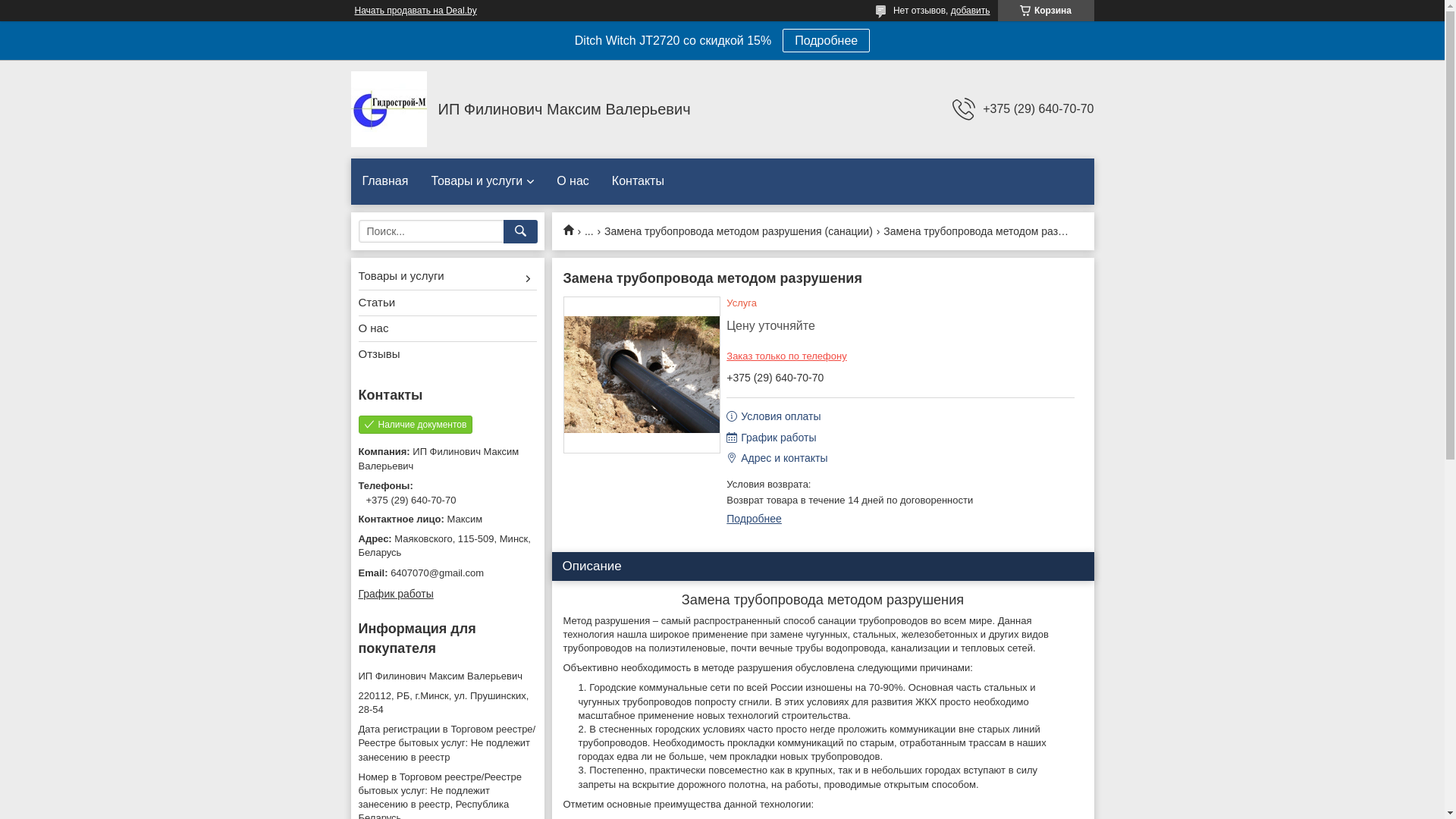 The image size is (1456, 819). What do you see at coordinates (446, 573) in the screenshot?
I see `'6407070@gmail.com'` at bounding box center [446, 573].